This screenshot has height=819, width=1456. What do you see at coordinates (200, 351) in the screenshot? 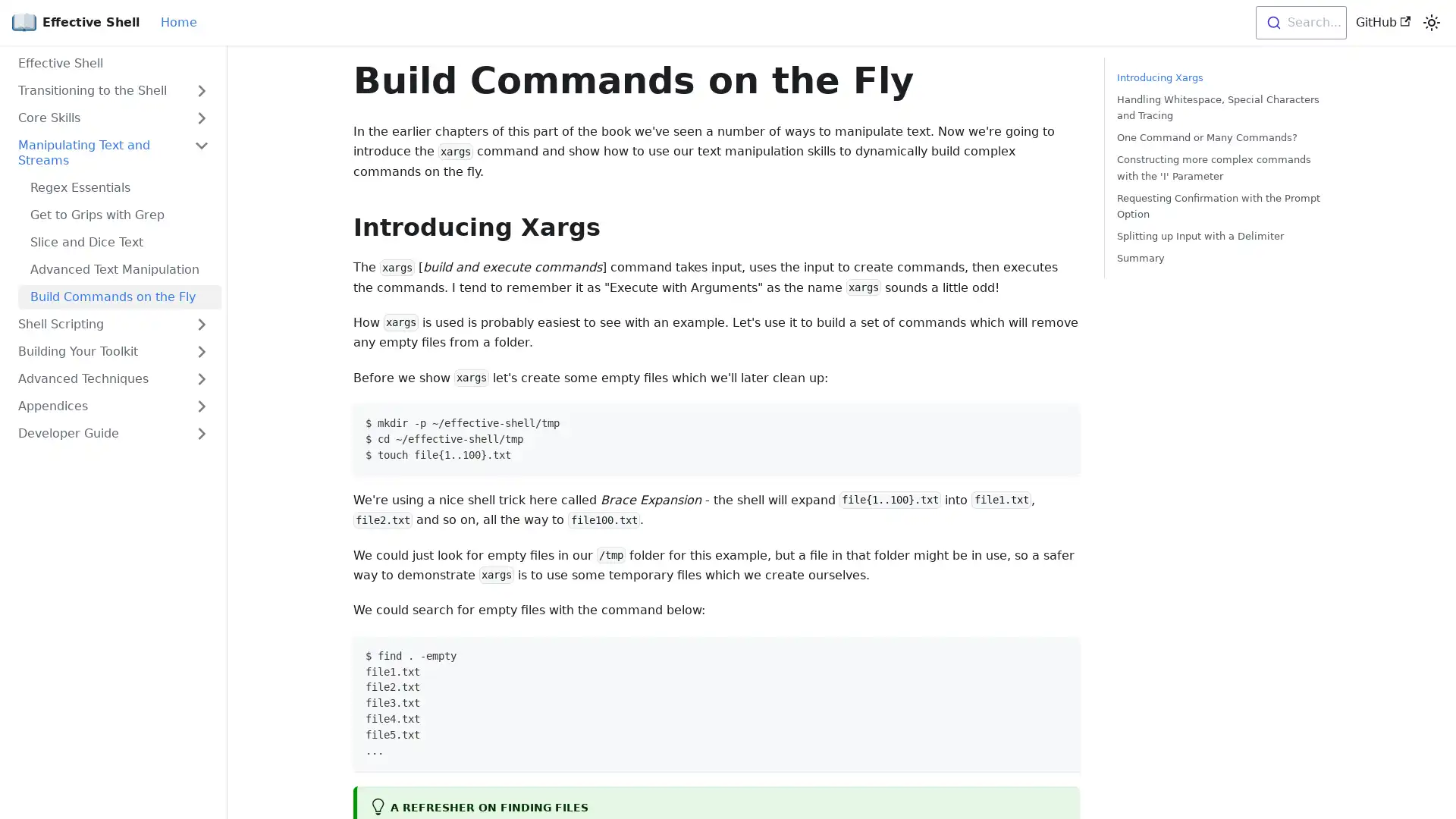
I see `Toggle the collapsible sidebar category 'Building Your Toolkit'` at bounding box center [200, 351].